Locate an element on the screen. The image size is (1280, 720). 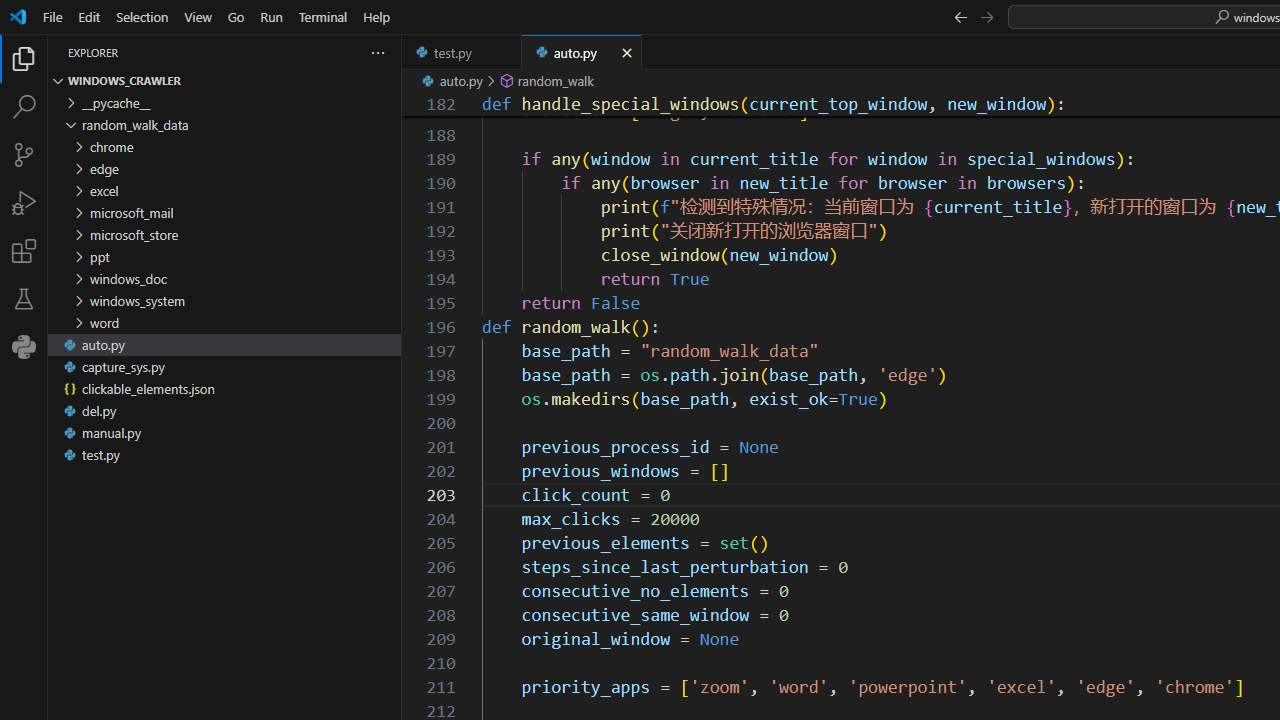
'Run' is located at coordinates (270, 16).